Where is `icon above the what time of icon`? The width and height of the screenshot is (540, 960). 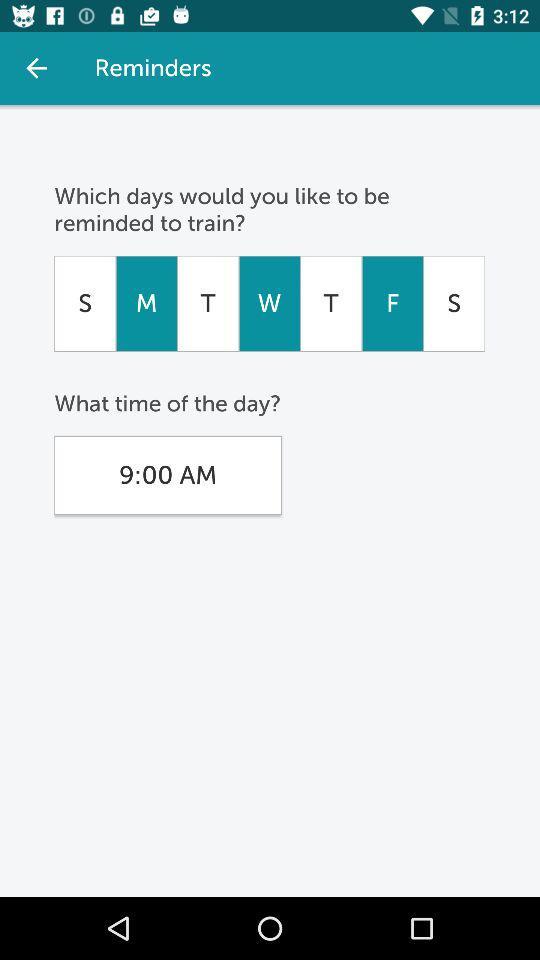 icon above the what time of icon is located at coordinates (269, 303).